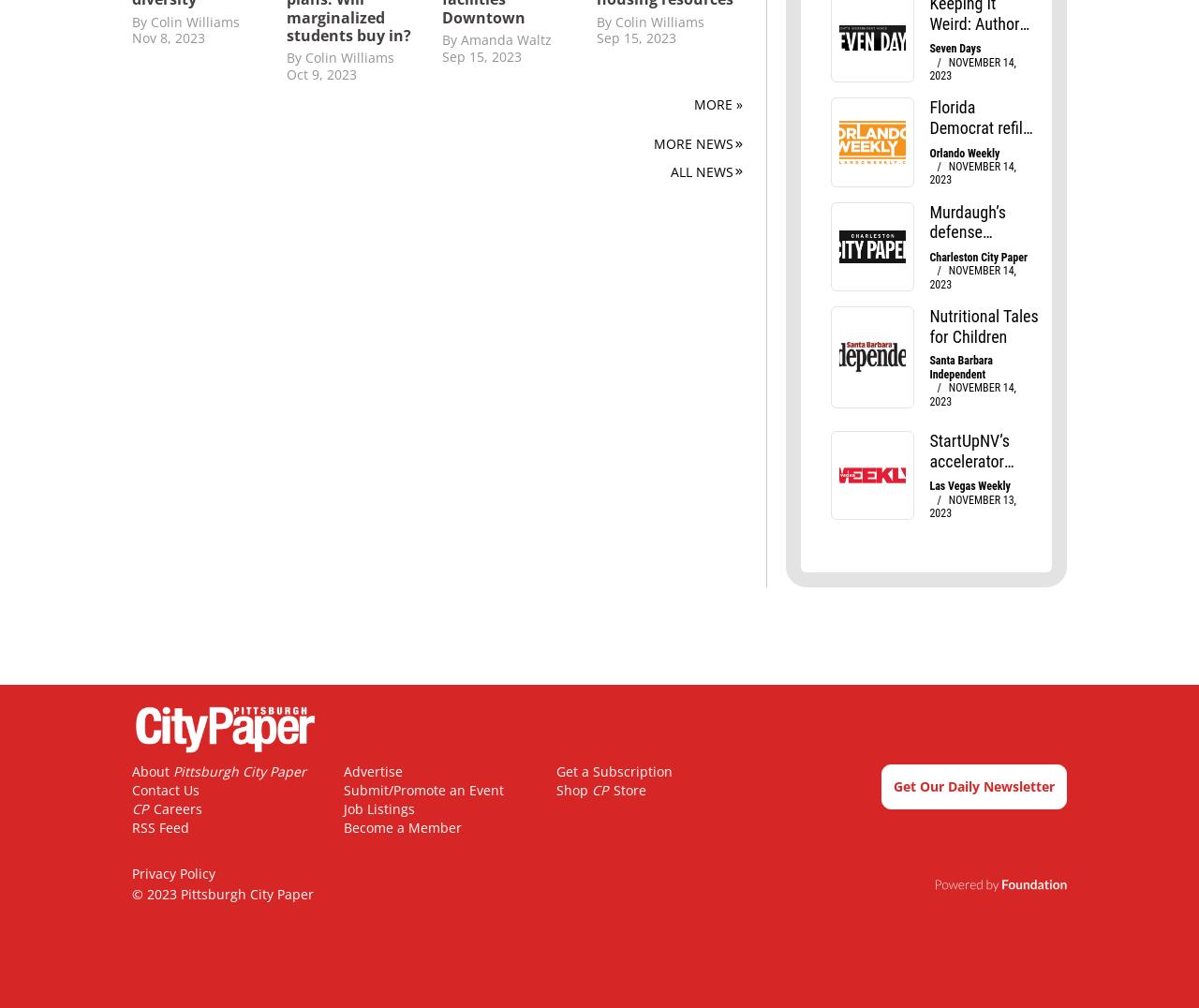 The image size is (1199, 1008). What do you see at coordinates (974, 785) in the screenshot?
I see `'Get Our Daily Newsletter'` at bounding box center [974, 785].